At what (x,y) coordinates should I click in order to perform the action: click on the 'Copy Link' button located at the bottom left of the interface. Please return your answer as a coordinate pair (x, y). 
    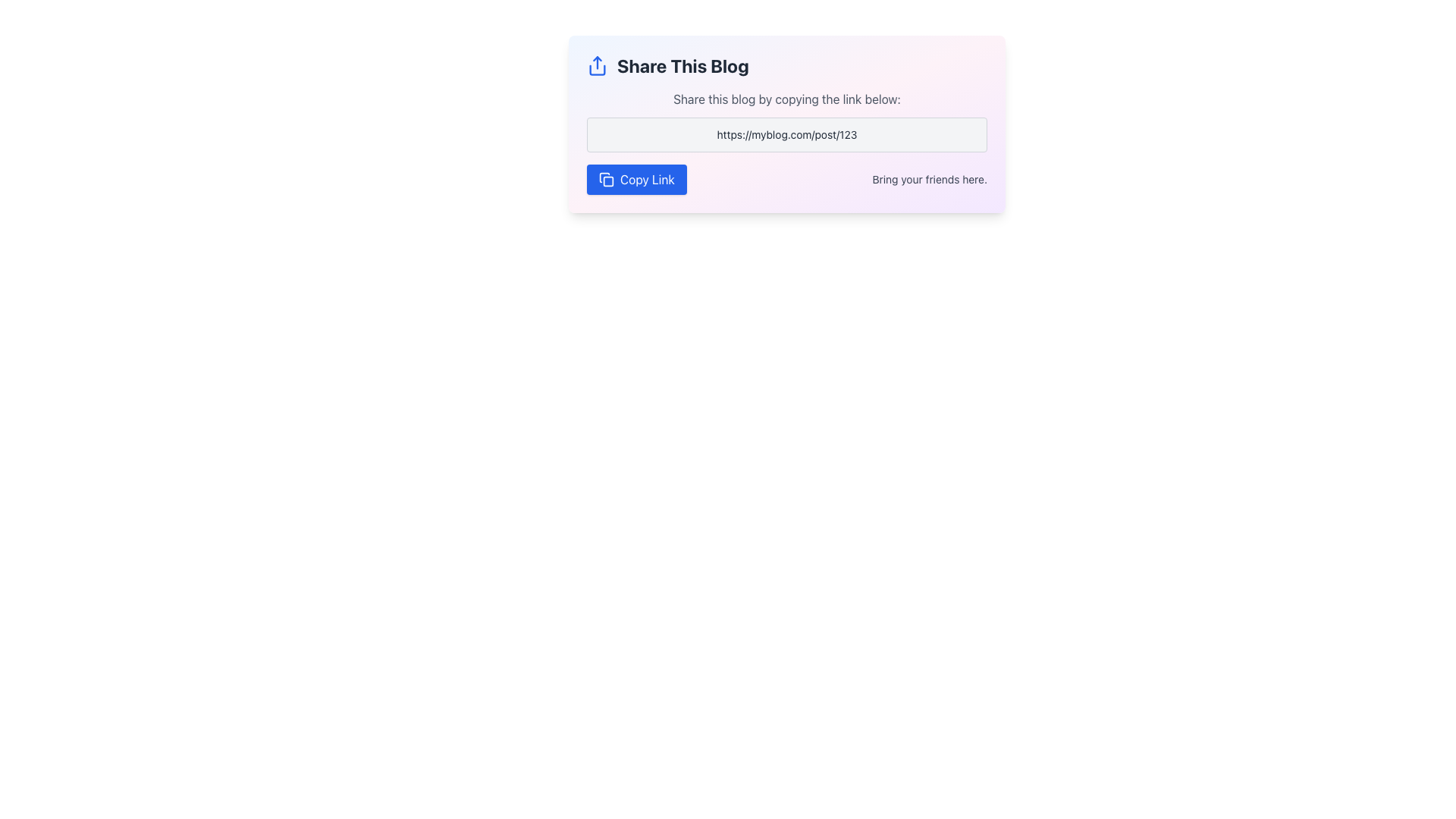
    Looking at the image, I should click on (607, 178).